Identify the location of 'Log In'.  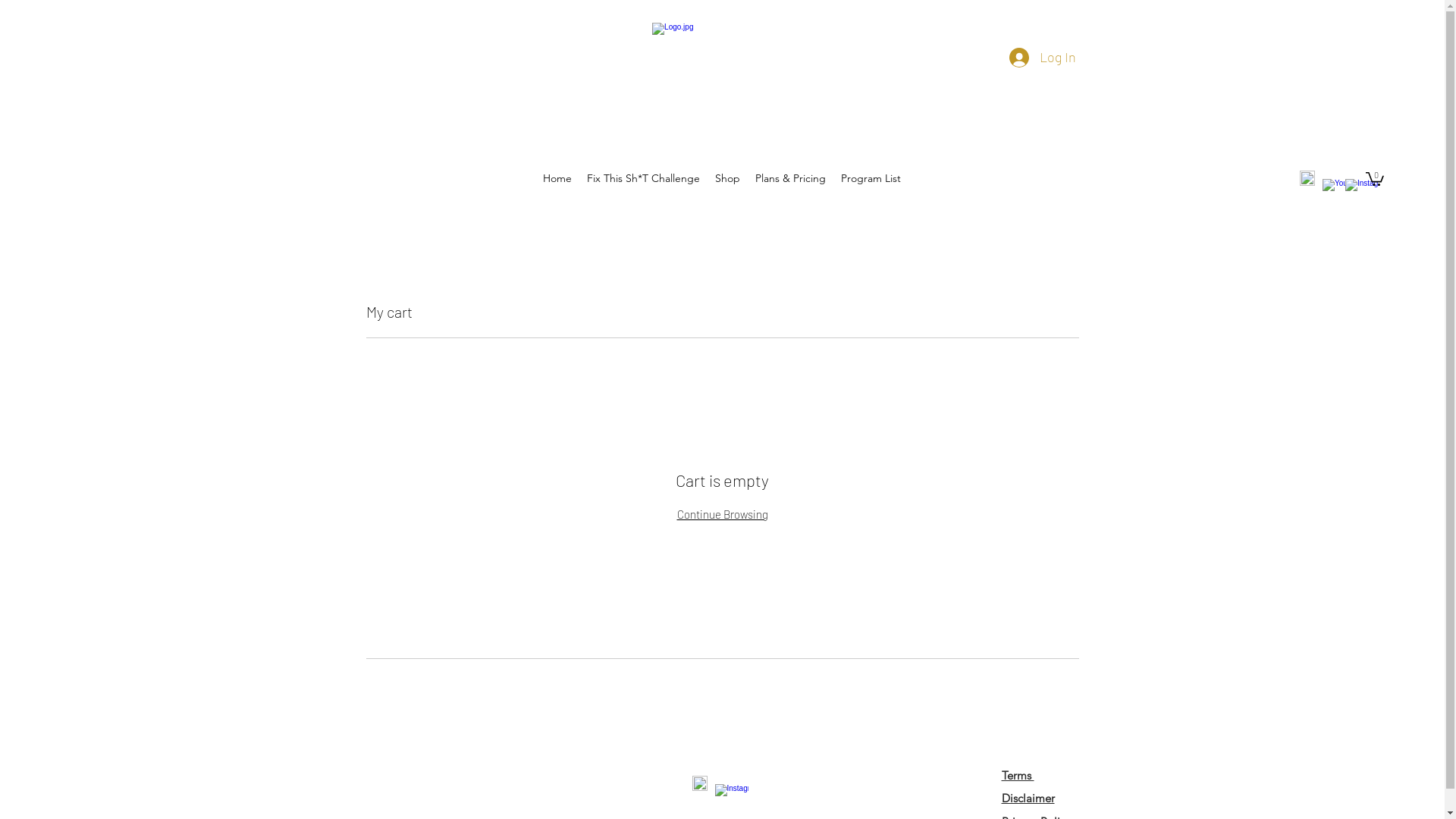
(997, 57).